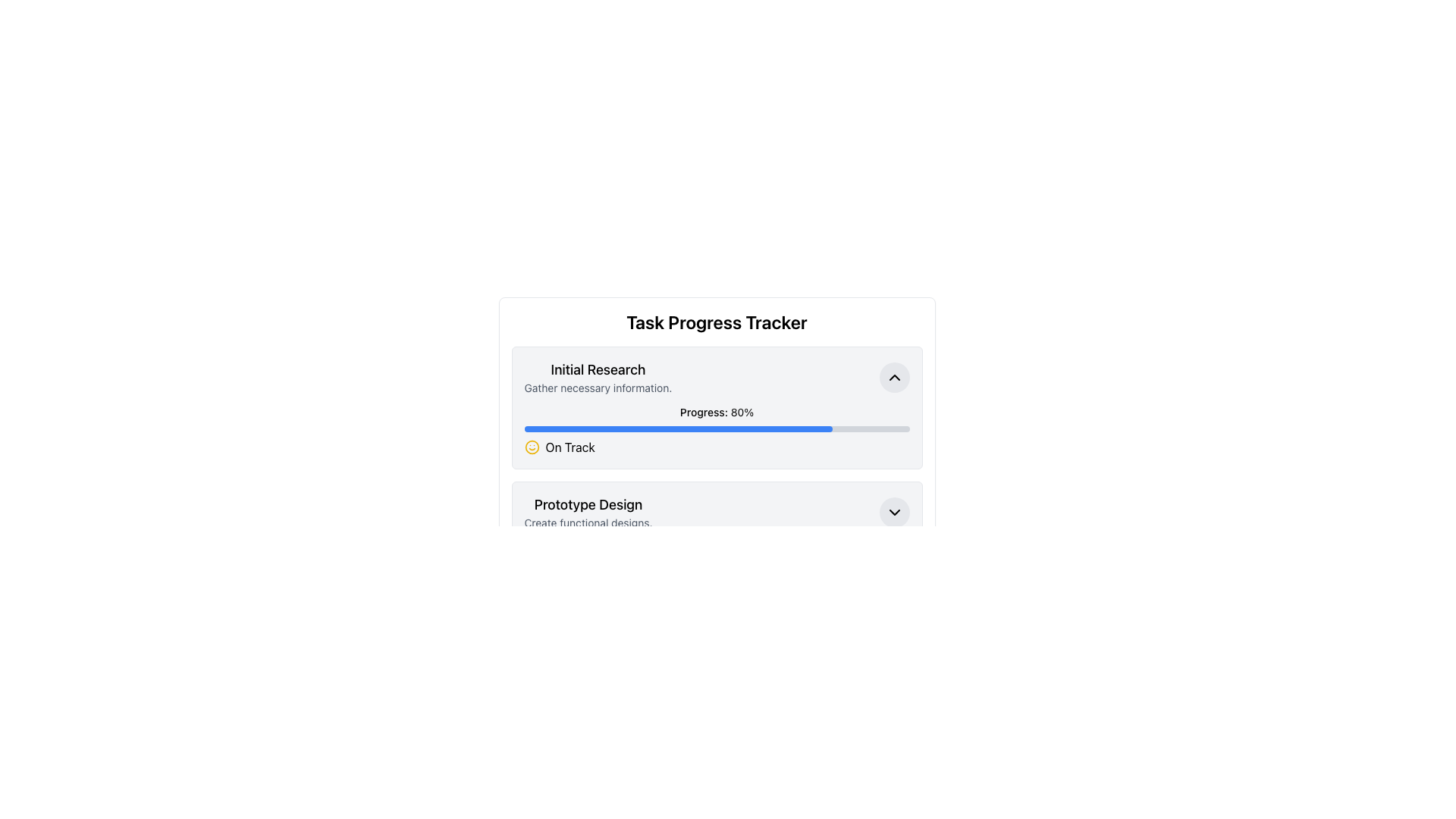  What do you see at coordinates (588, 522) in the screenshot?
I see `the text line displaying 'Create functional designs.' which is located beneath the 'Prototype Design' heading` at bounding box center [588, 522].